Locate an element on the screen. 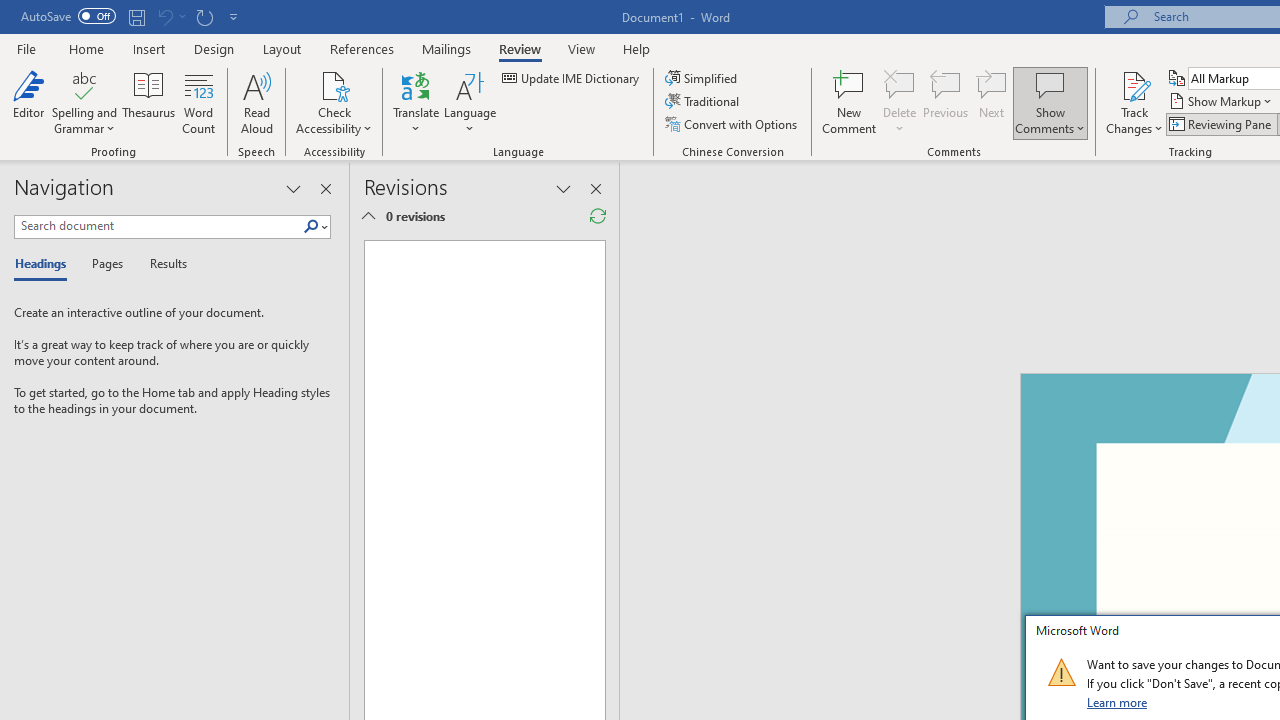  'Delete' is located at coordinates (899, 103).